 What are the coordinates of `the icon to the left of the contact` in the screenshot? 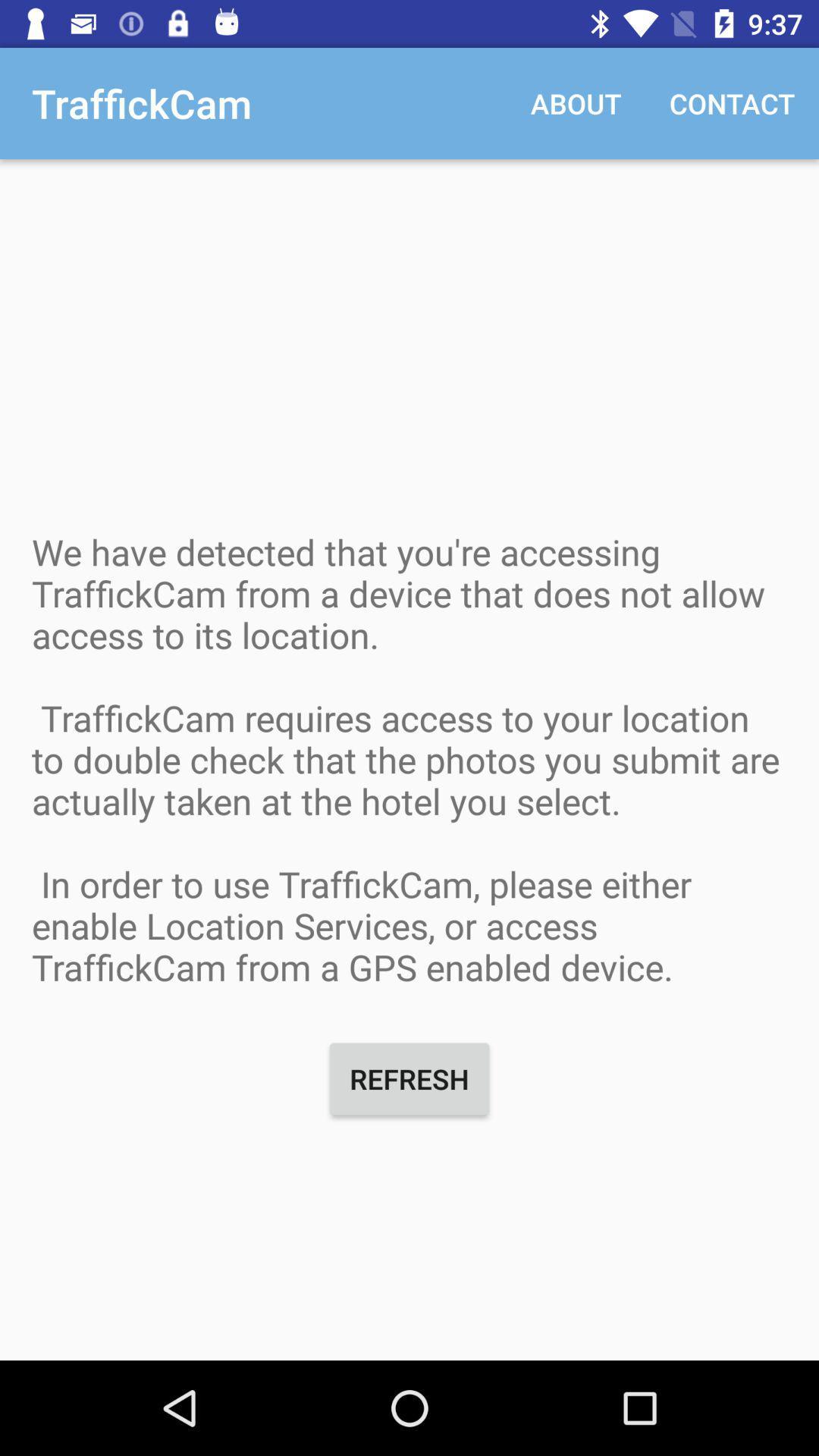 It's located at (576, 102).